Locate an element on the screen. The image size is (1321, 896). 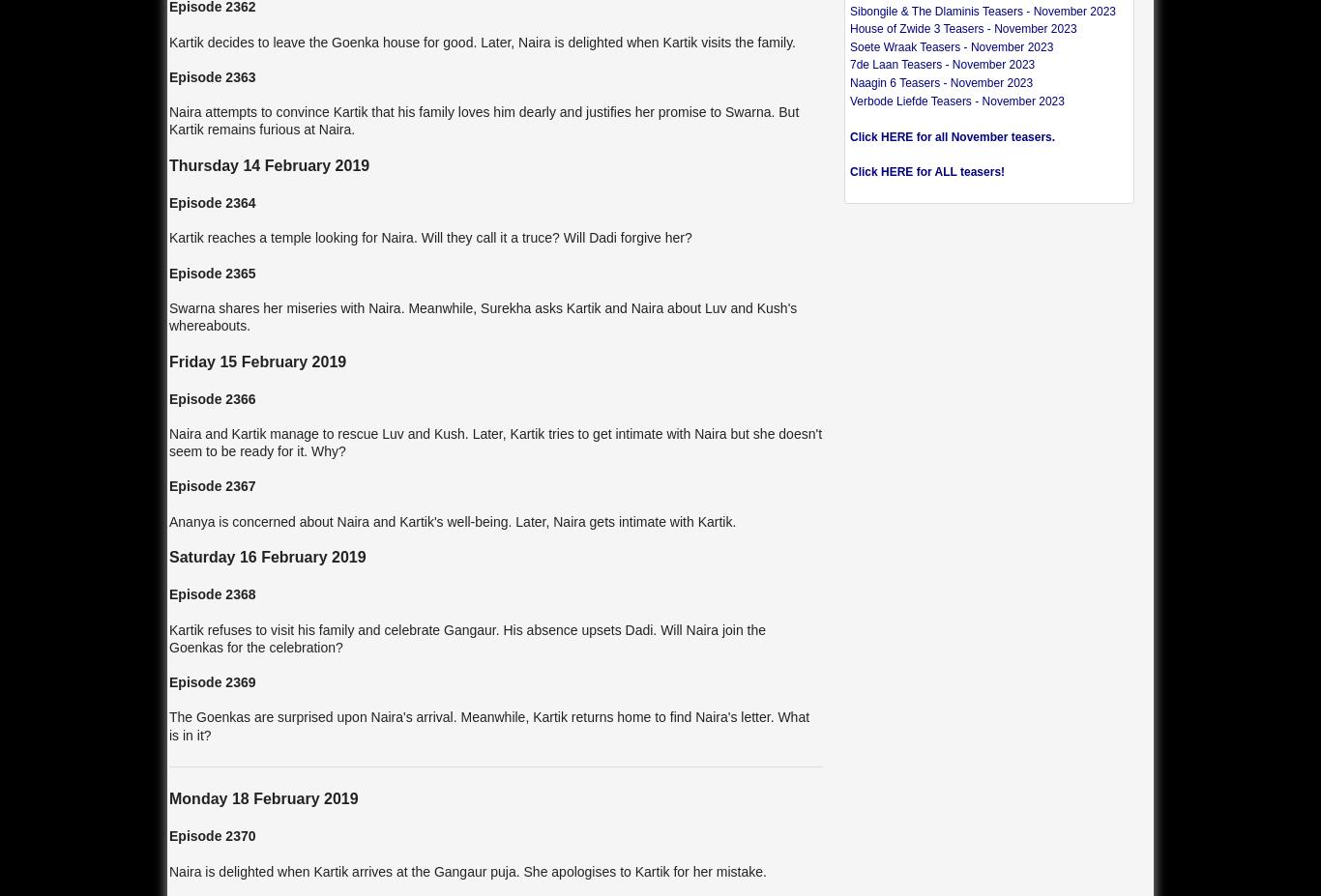
'Naira is delighted when Kartik arrives at the Gangaur puja. She apologises to Kartik for her mistake.' is located at coordinates (167, 871).